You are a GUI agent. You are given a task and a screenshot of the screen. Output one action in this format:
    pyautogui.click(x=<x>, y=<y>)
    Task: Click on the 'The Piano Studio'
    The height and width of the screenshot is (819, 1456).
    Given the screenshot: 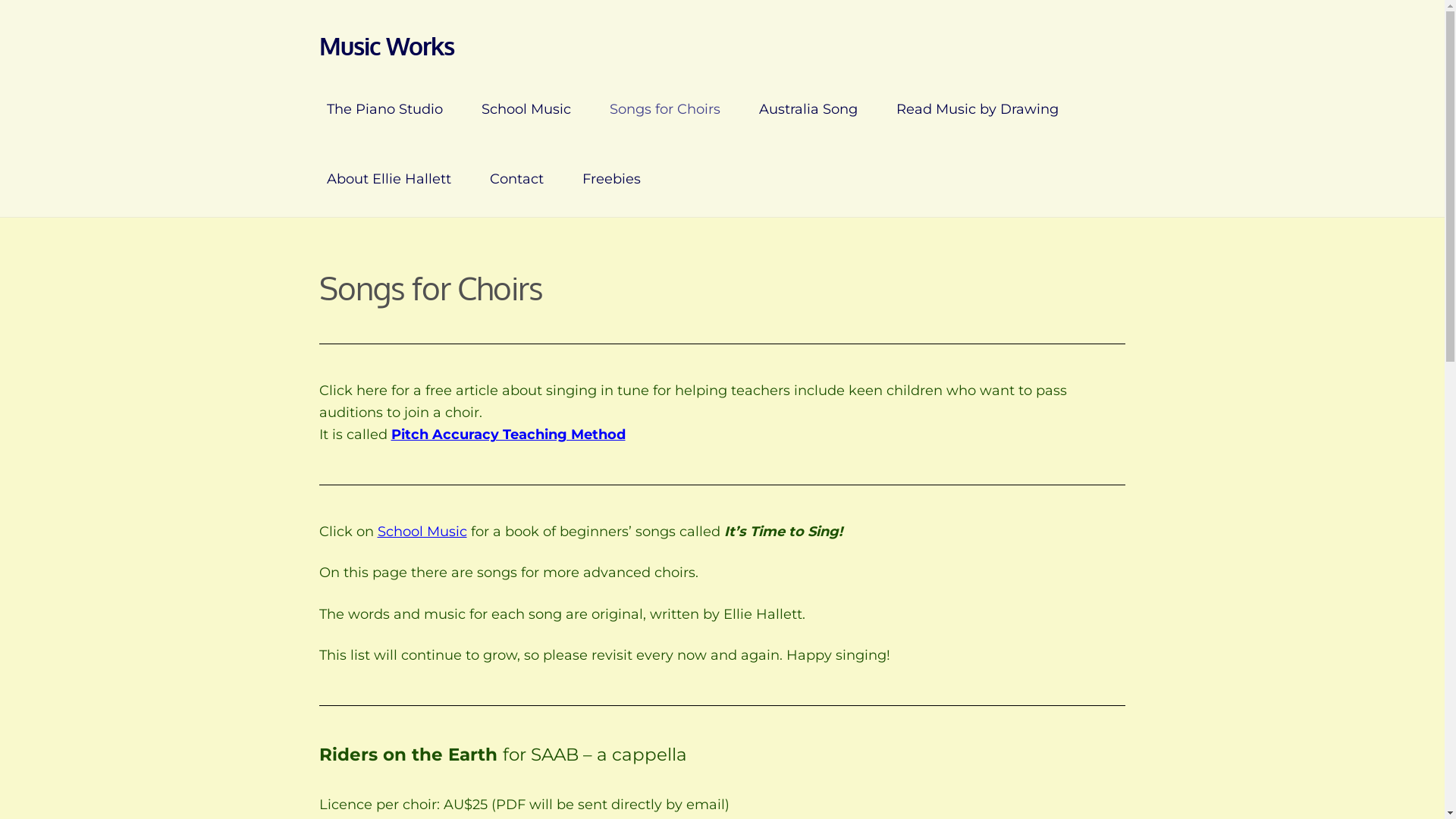 What is the action you would take?
    pyautogui.click(x=384, y=108)
    